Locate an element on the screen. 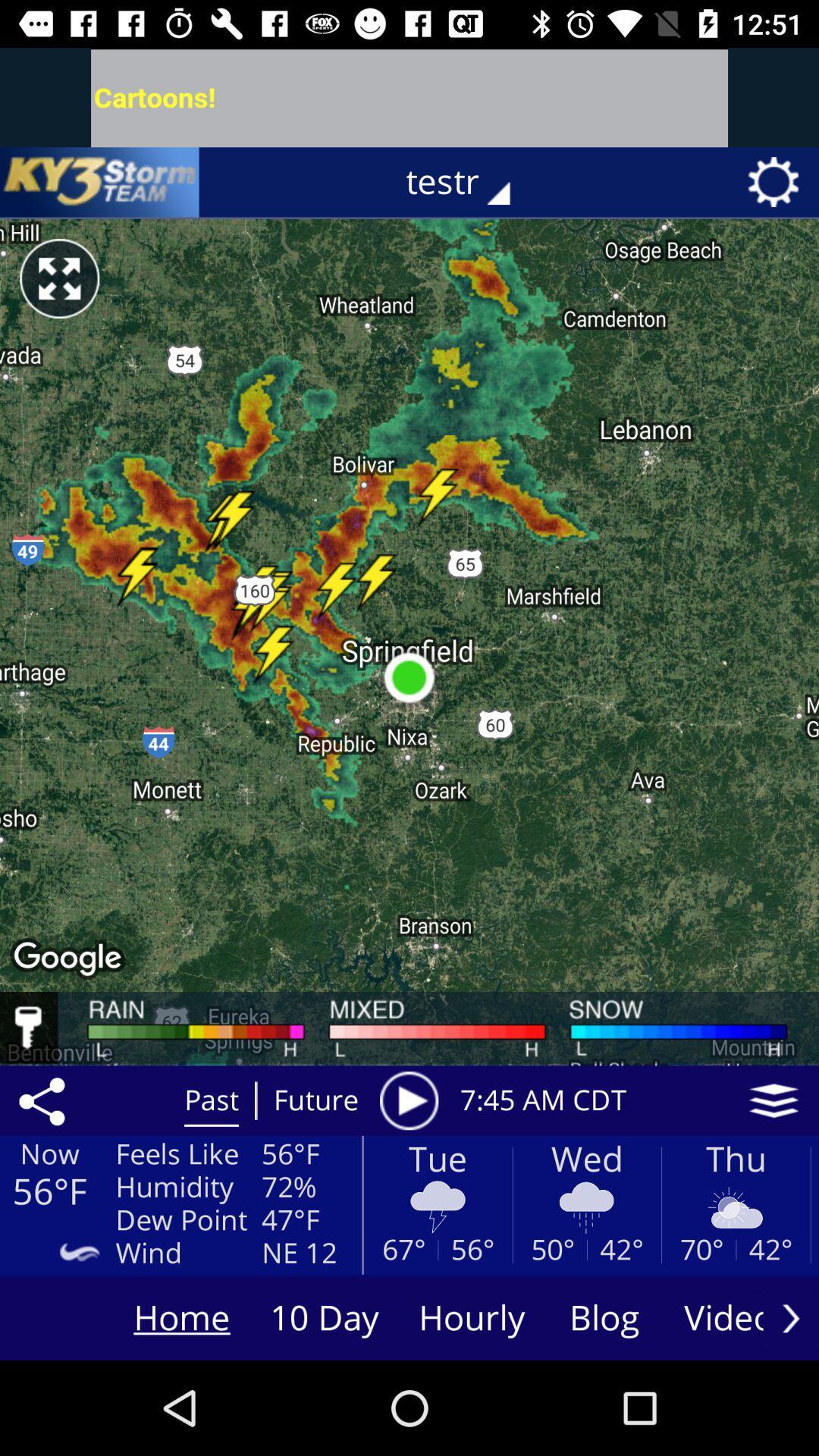  the arrow_forward icon is located at coordinates (790, 1317).